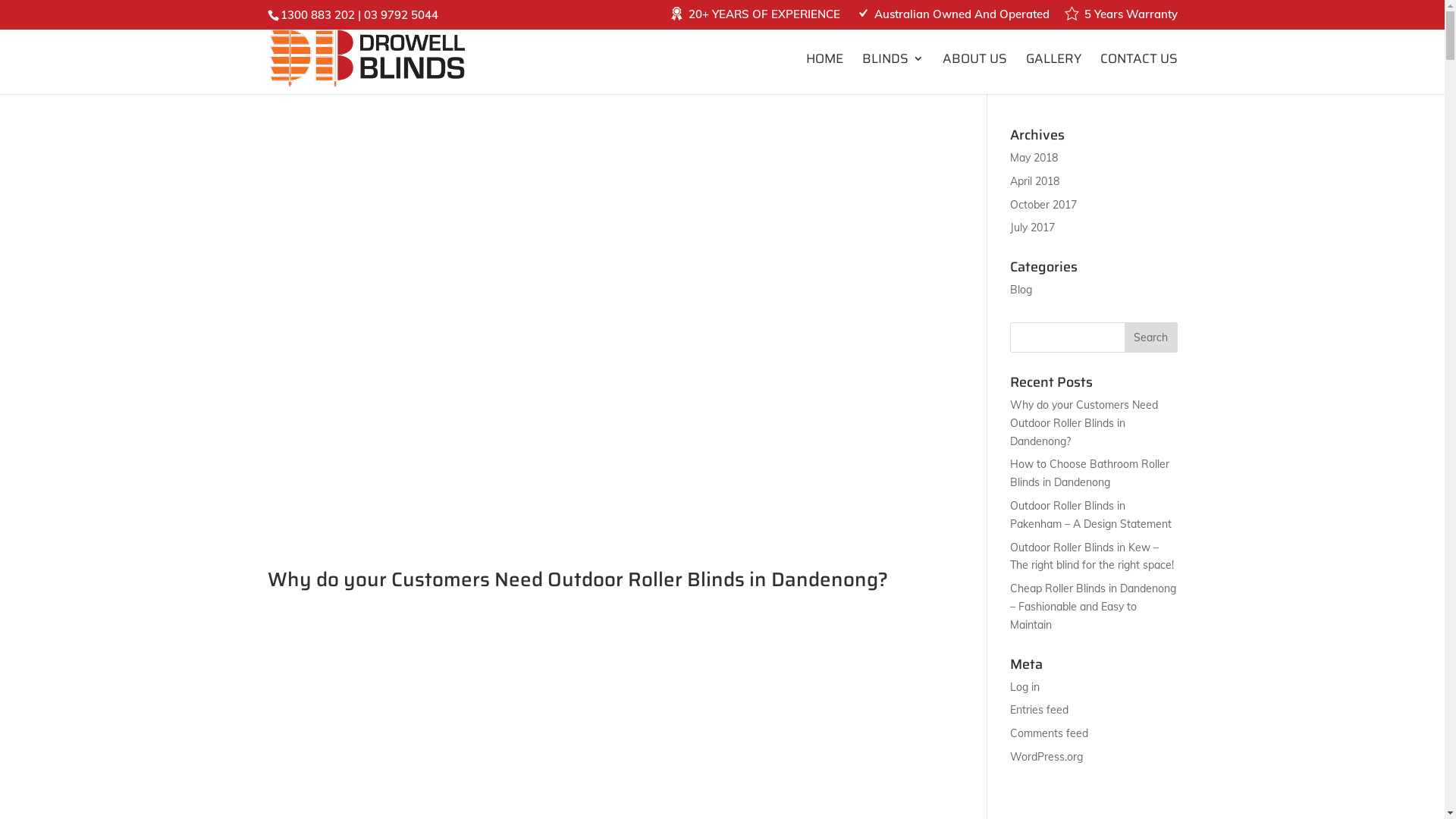 This screenshot has width=1456, height=819. I want to click on 'ABOUT US', so click(974, 73).